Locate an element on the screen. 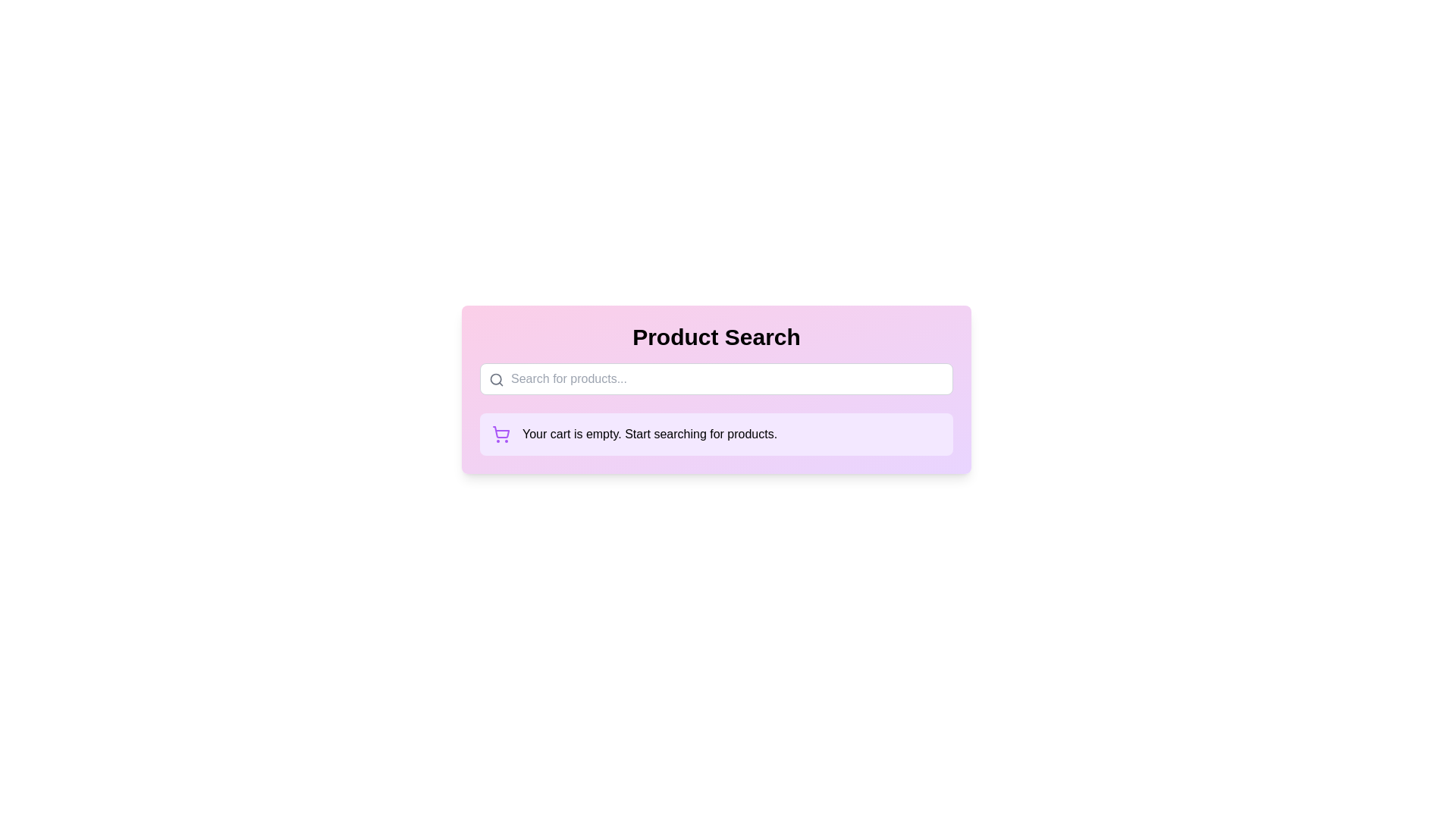 This screenshot has width=1456, height=819. the Text Label that reads 'Your cart is empty. Start searching for products.' which is styled with a standard font and placed inside a purple-shaded rectangular background is located at coordinates (650, 435).